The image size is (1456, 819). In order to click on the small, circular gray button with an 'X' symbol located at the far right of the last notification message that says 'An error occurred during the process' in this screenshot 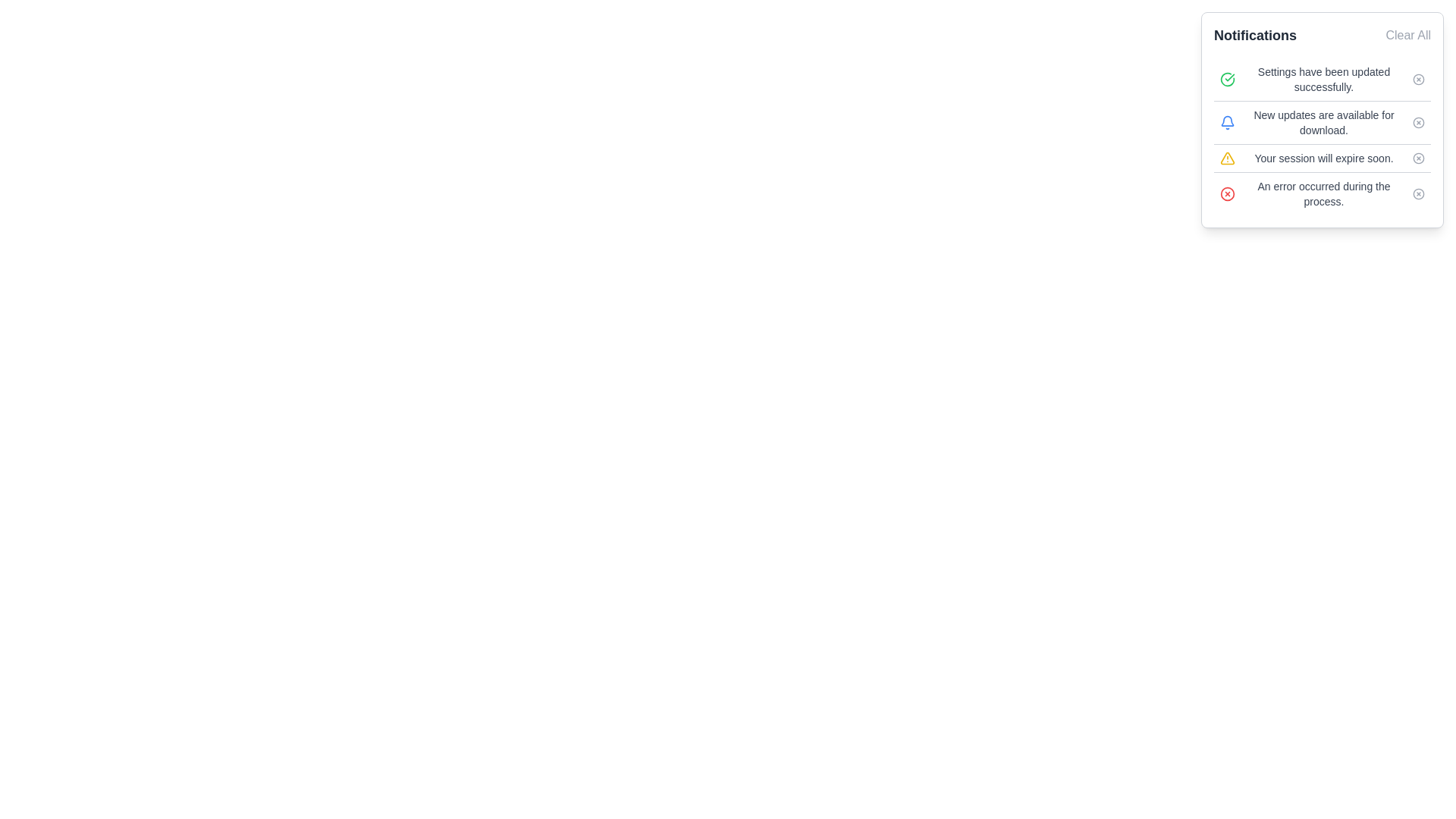, I will do `click(1418, 193)`.